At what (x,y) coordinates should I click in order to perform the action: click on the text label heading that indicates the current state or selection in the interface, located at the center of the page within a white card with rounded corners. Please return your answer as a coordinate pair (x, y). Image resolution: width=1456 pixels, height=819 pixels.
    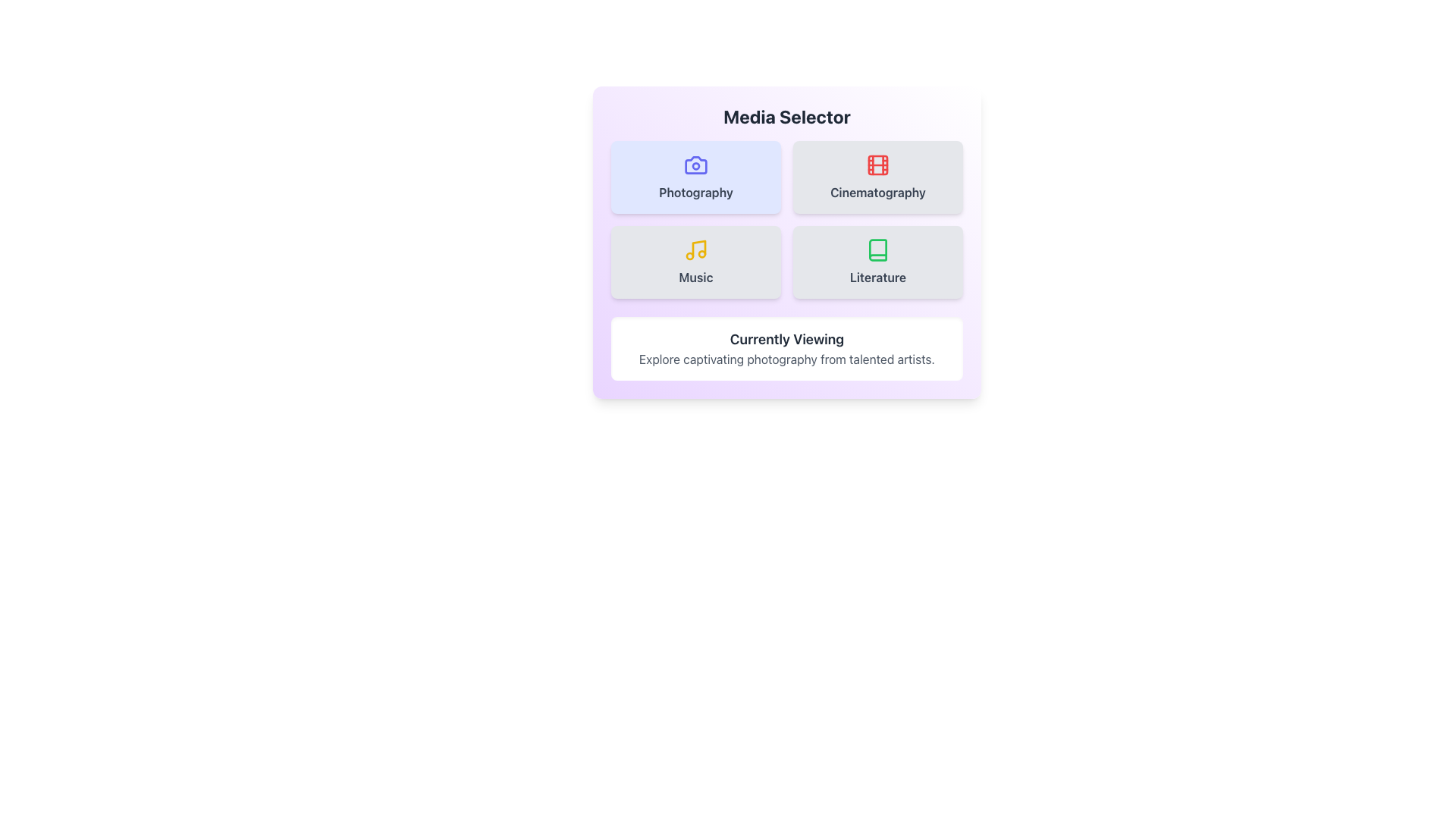
    Looking at the image, I should click on (786, 338).